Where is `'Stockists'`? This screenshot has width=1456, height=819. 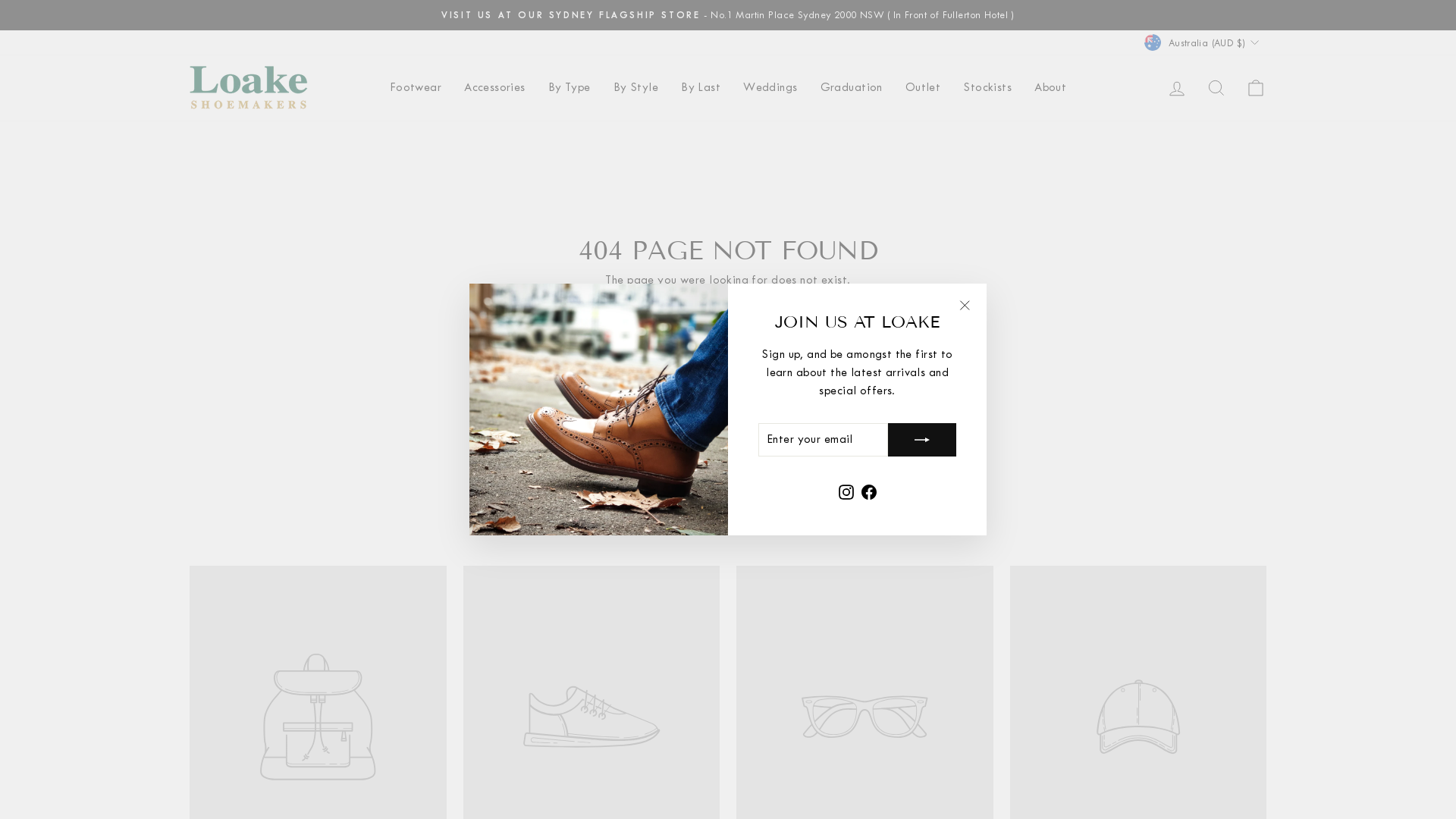
'Stockists' is located at coordinates (987, 87).